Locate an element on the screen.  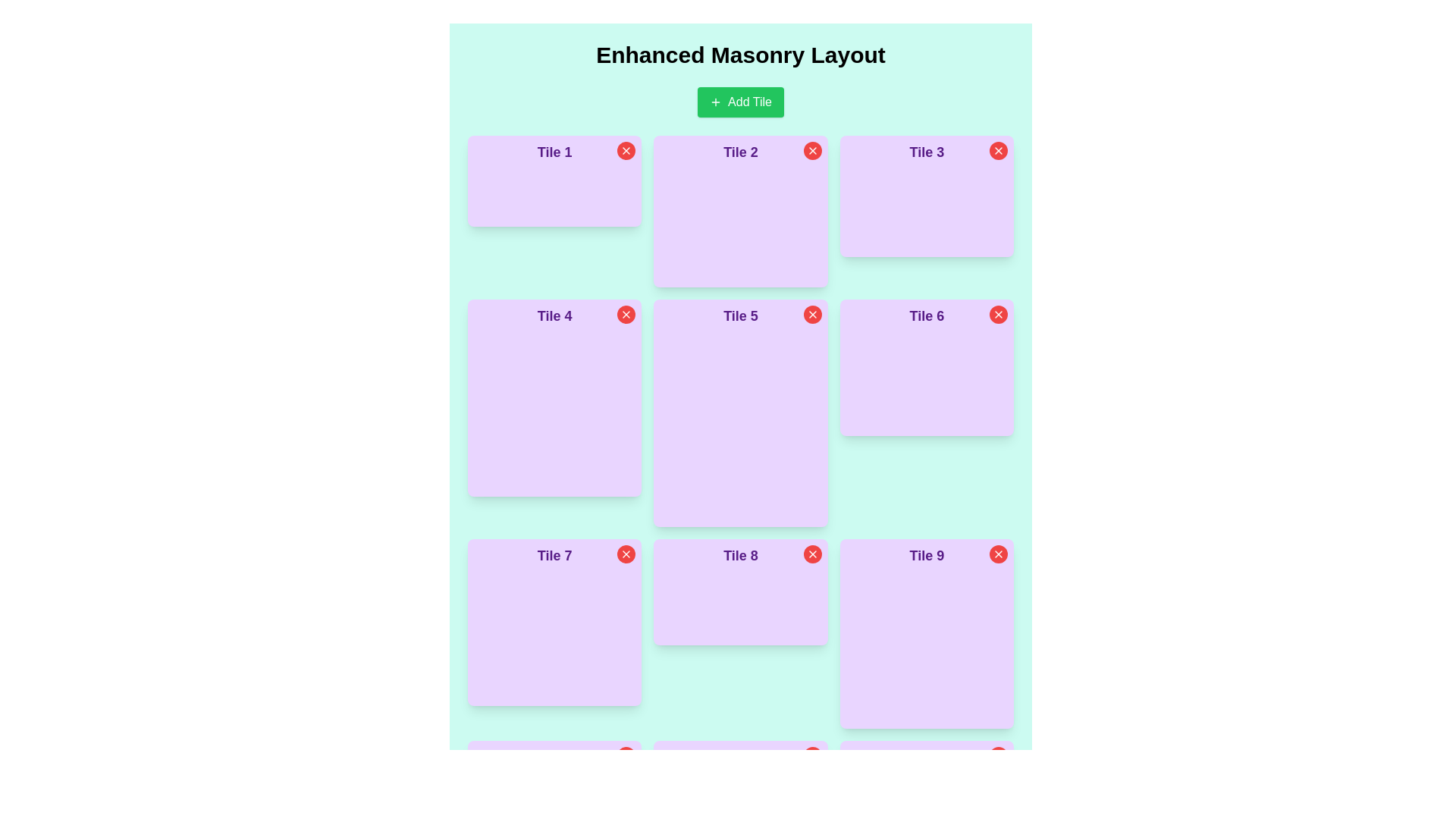
the Close button icon, which is a small red cross on a circular red button located at the top-right corner of the purple box labeled 'Tile 5' is located at coordinates (811, 314).